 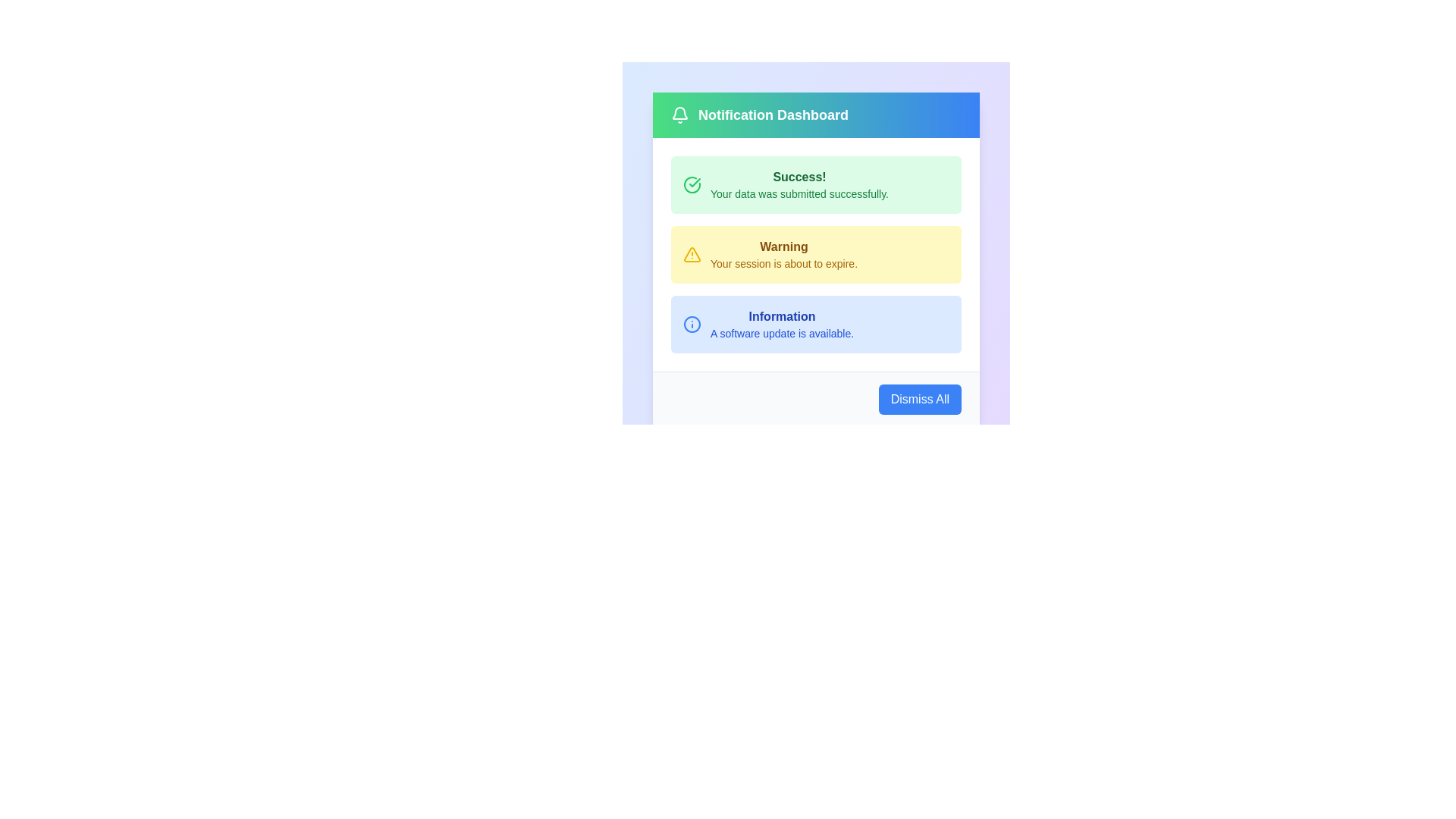 What do you see at coordinates (782, 315) in the screenshot?
I see `the static text element that serves as the title for the notification message, located at the top of its notification card` at bounding box center [782, 315].